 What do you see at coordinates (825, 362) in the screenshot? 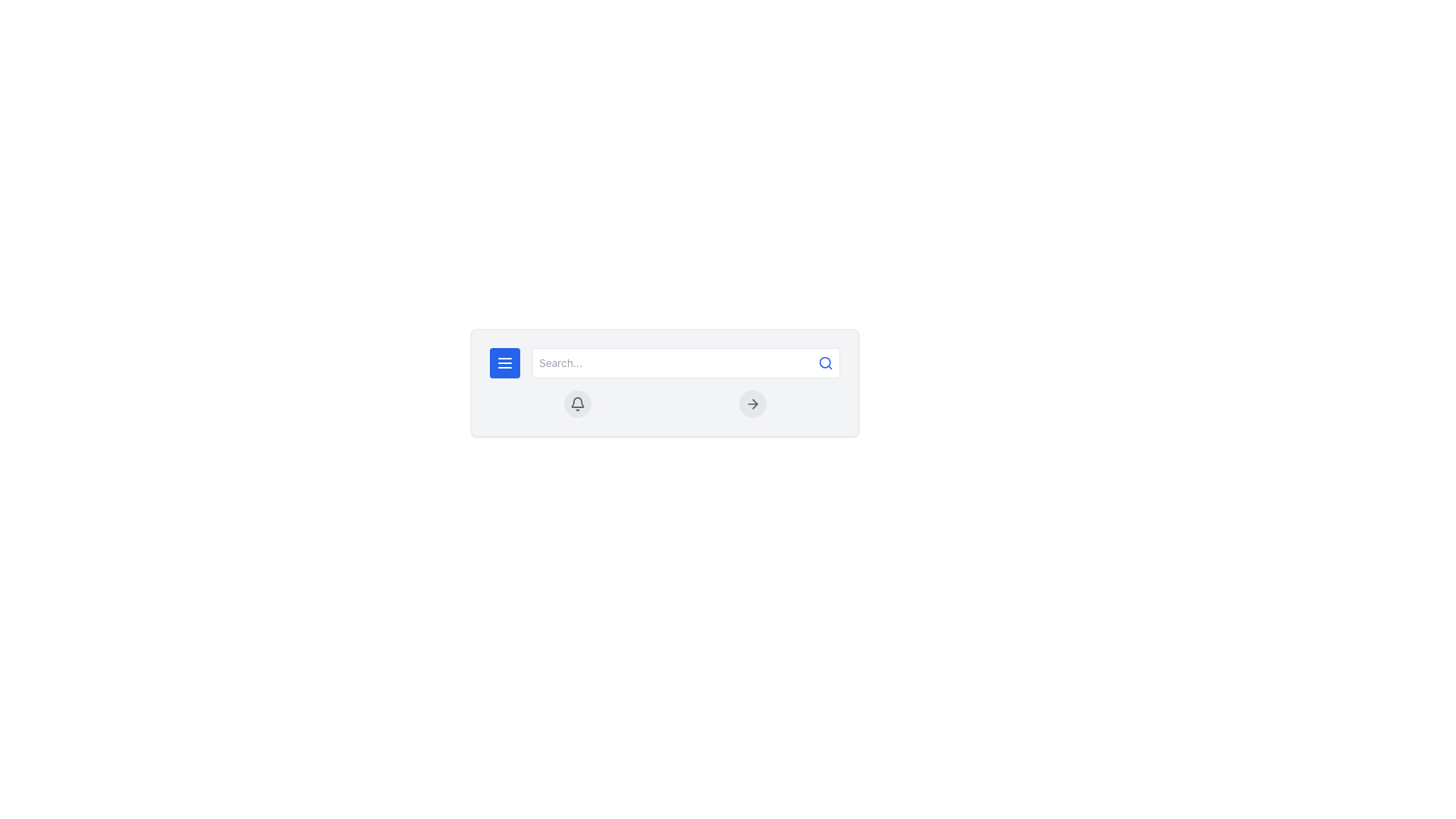
I see `the magnifying glass icon located at the right end inside the search bar` at bounding box center [825, 362].